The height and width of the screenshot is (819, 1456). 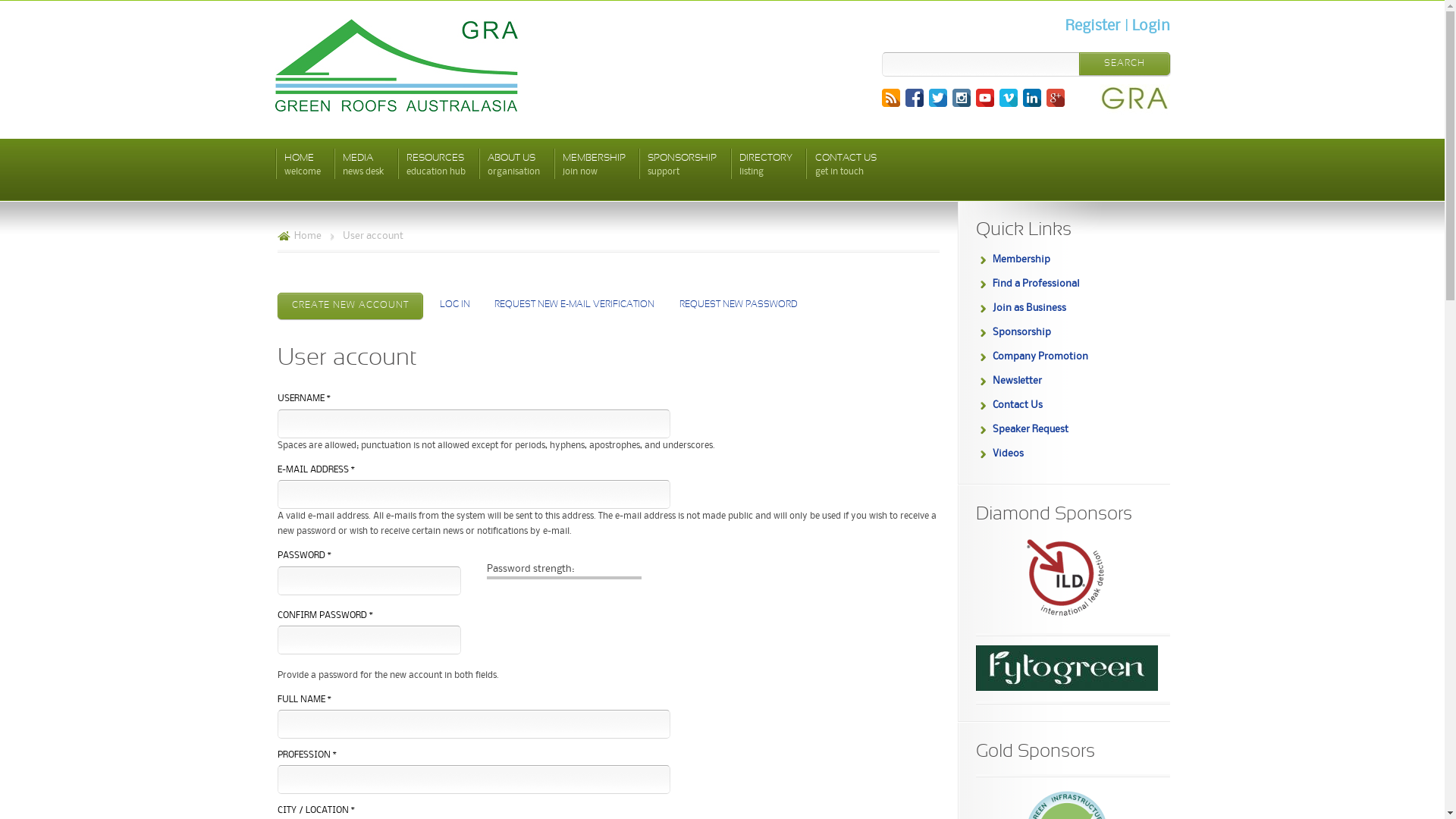 I want to click on 'Login', so click(x=1150, y=26).